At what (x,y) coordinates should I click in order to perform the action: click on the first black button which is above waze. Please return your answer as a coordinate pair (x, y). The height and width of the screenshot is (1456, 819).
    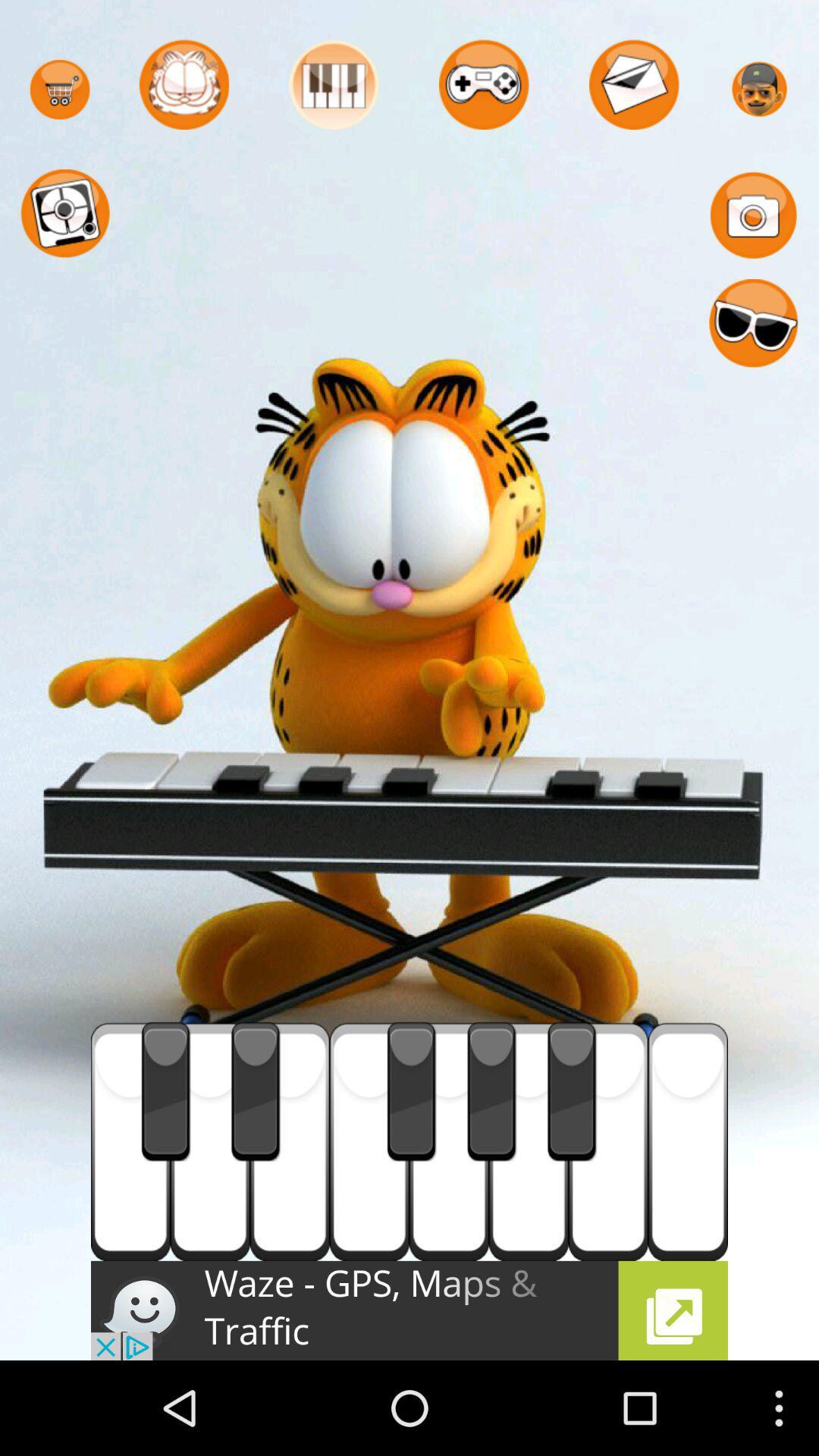
    Looking at the image, I should click on (166, 1092).